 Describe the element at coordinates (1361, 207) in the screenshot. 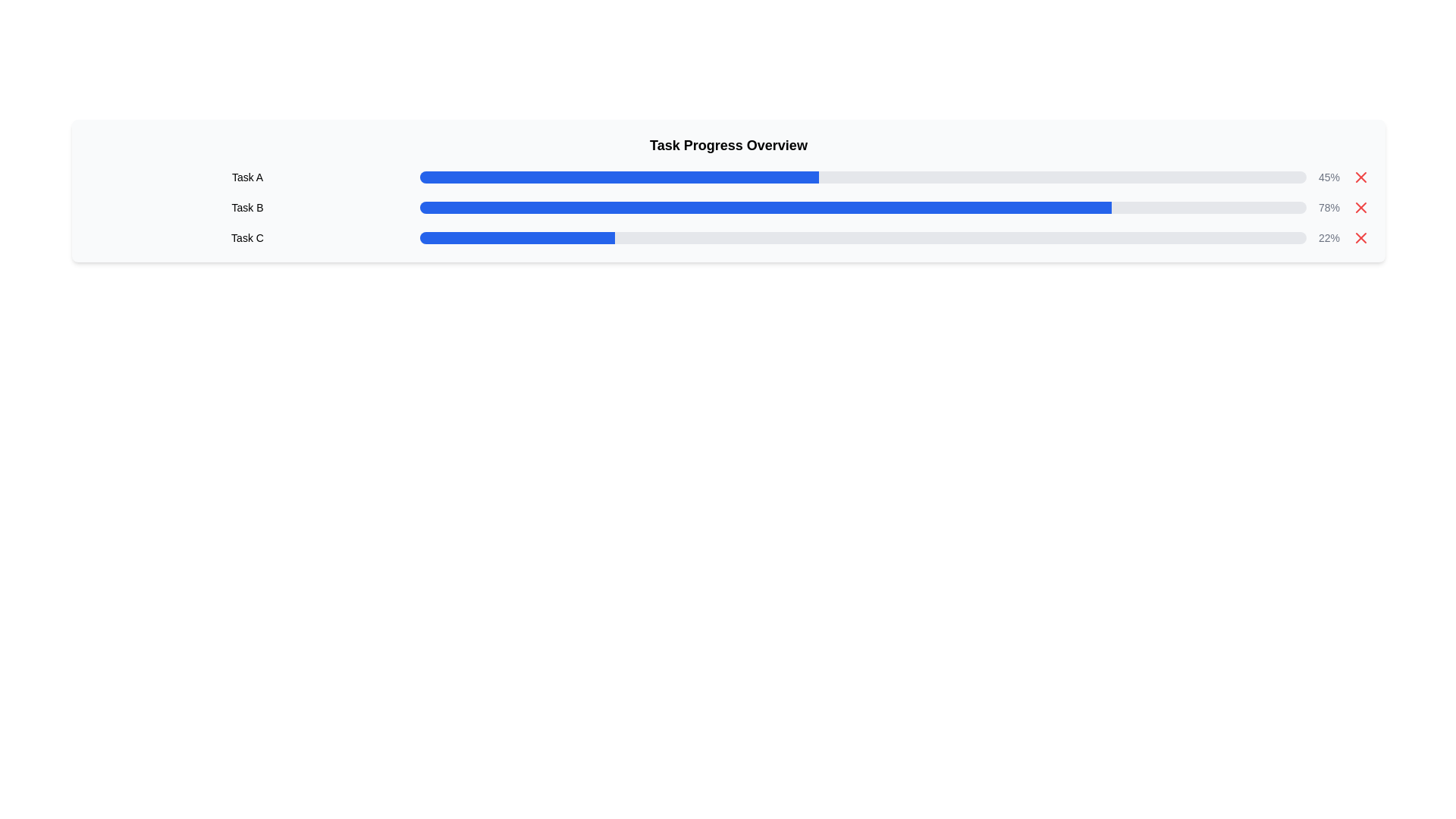

I see `the delete button located at the right edge of the row, associated with 'Task B'` at that location.